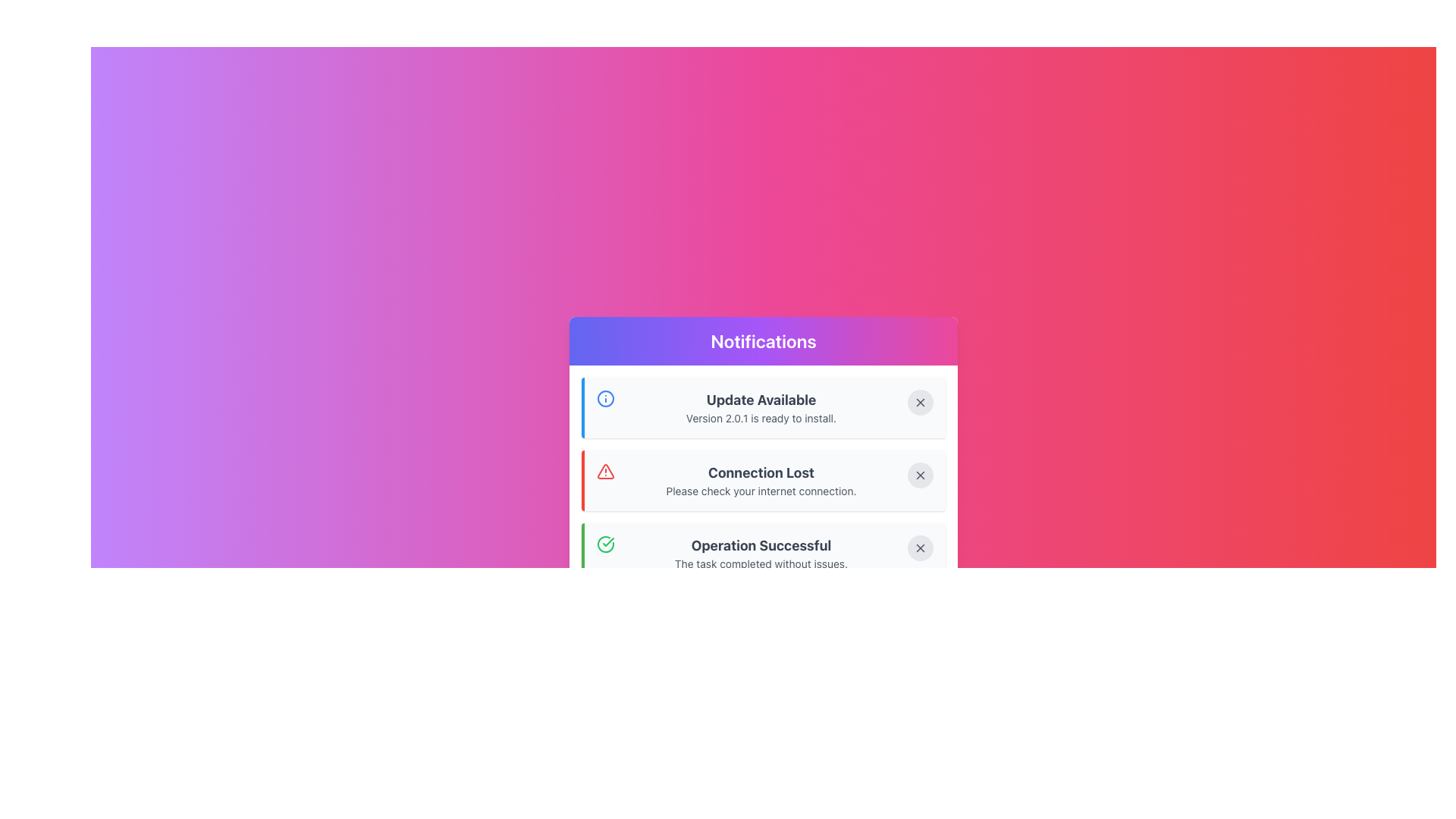 This screenshot has height=819, width=1456. What do you see at coordinates (920, 475) in the screenshot?
I see `the dismiss icon resembling the letter 'X' located in the top right corner of the second notification item under the 'Connection Lost' section` at bounding box center [920, 475].